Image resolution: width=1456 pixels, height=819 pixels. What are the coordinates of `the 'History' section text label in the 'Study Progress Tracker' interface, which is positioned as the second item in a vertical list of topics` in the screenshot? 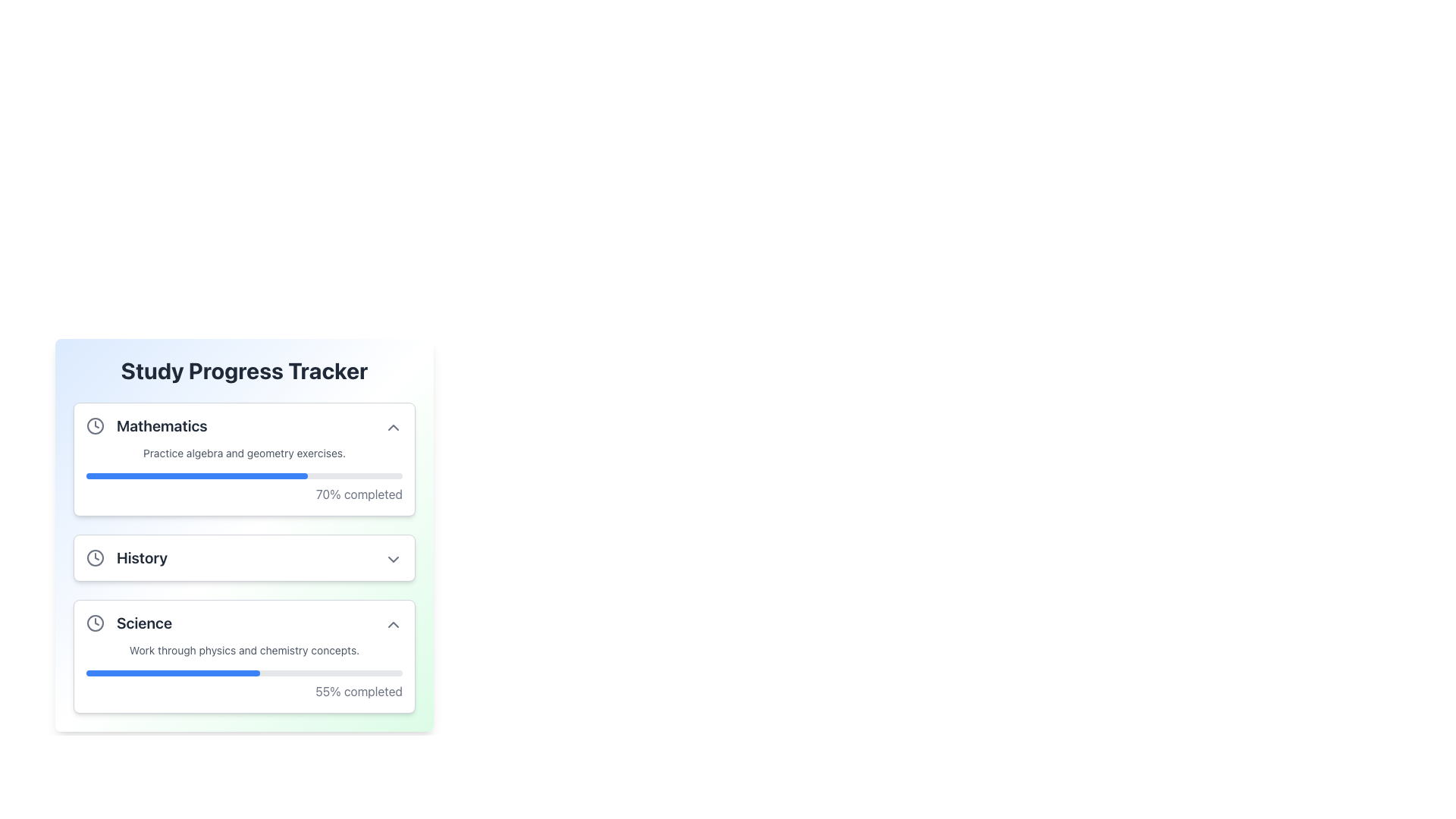 It's located at (142, 558).